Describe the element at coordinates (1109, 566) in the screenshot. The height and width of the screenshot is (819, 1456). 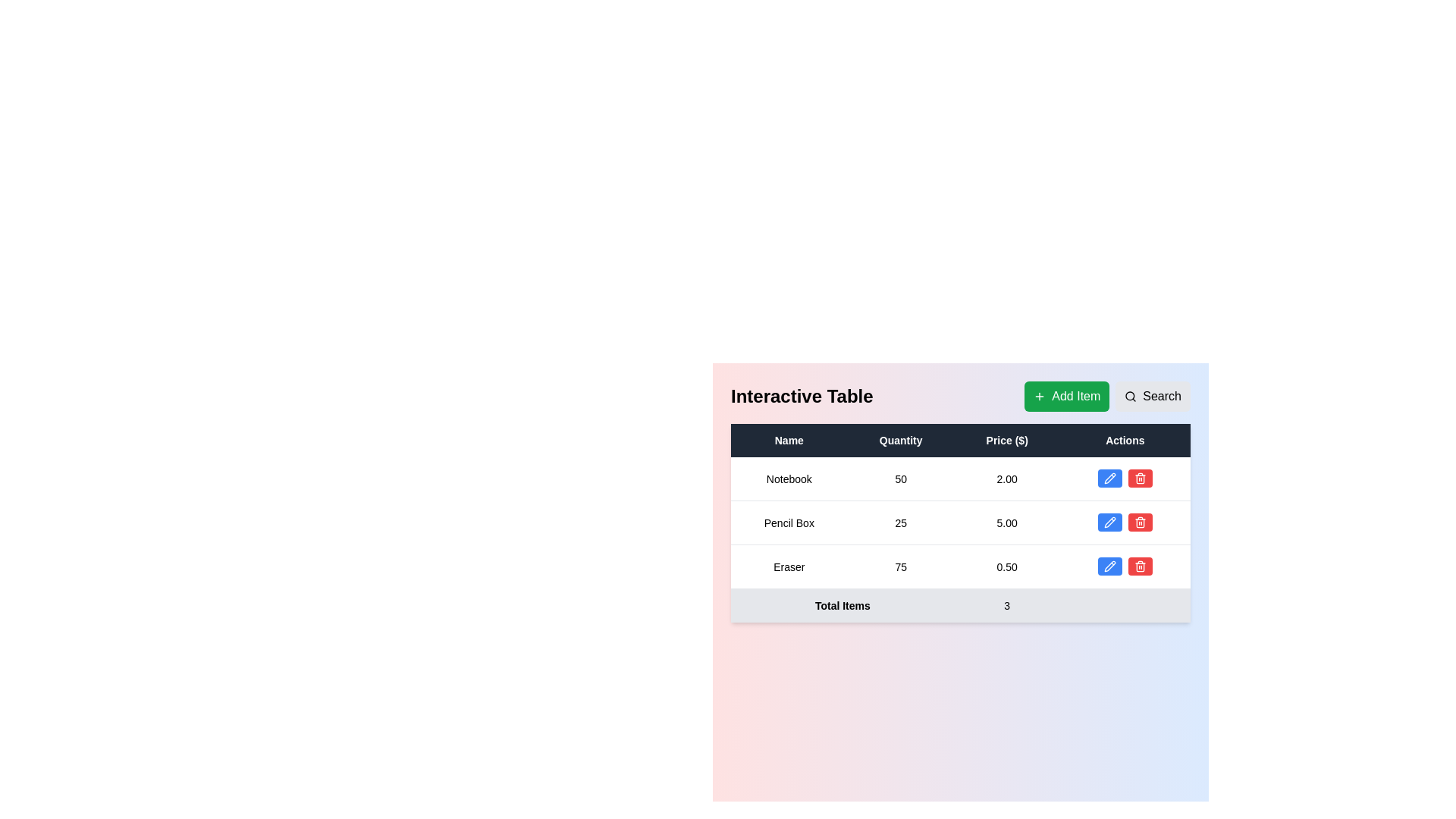
I see `the edit icon button located in the last row of the table, within the 'Actions' column` at that location.